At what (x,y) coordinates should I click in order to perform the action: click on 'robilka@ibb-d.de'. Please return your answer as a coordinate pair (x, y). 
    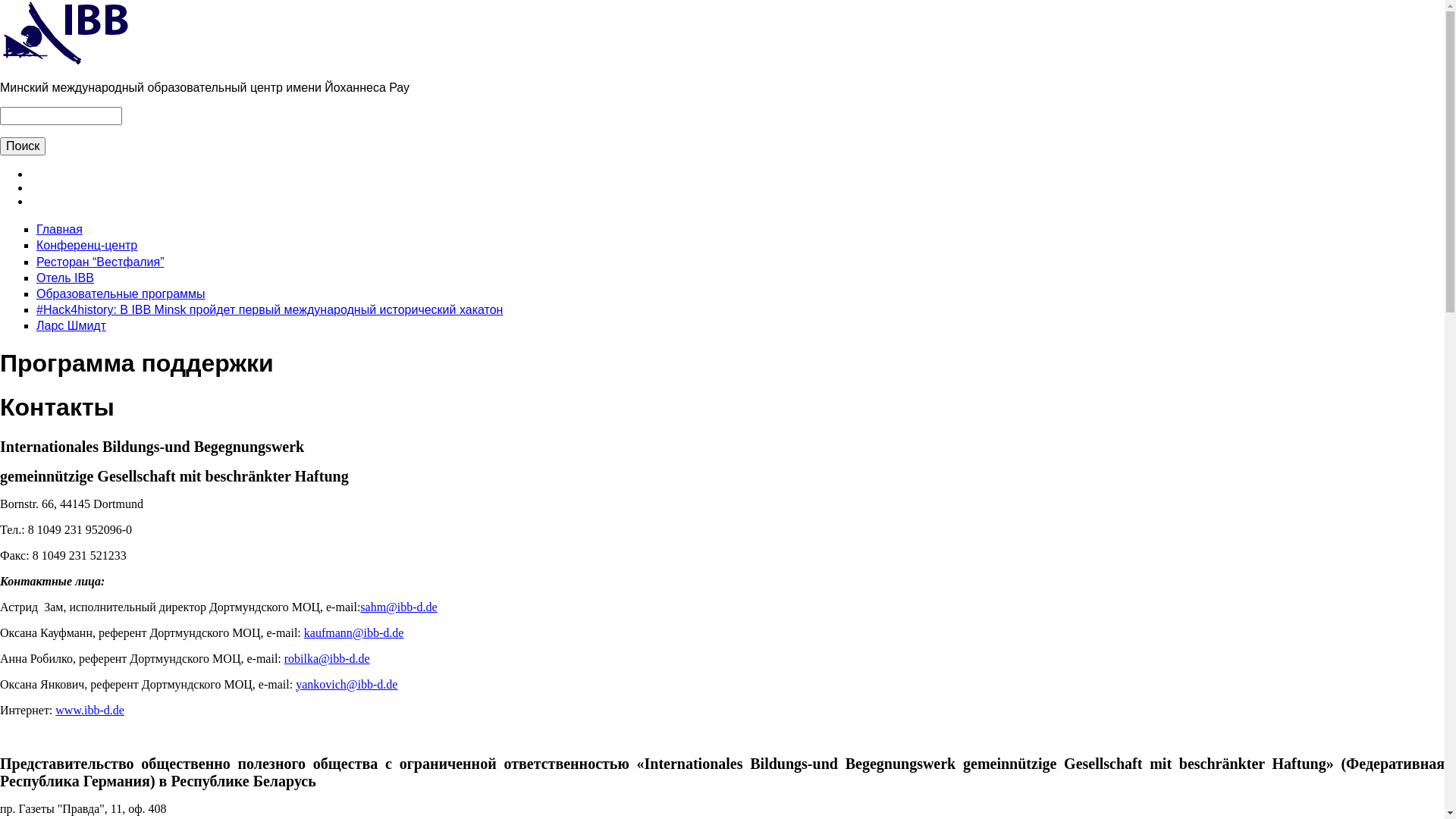
    Looking at the image, I should click on (284, 657).